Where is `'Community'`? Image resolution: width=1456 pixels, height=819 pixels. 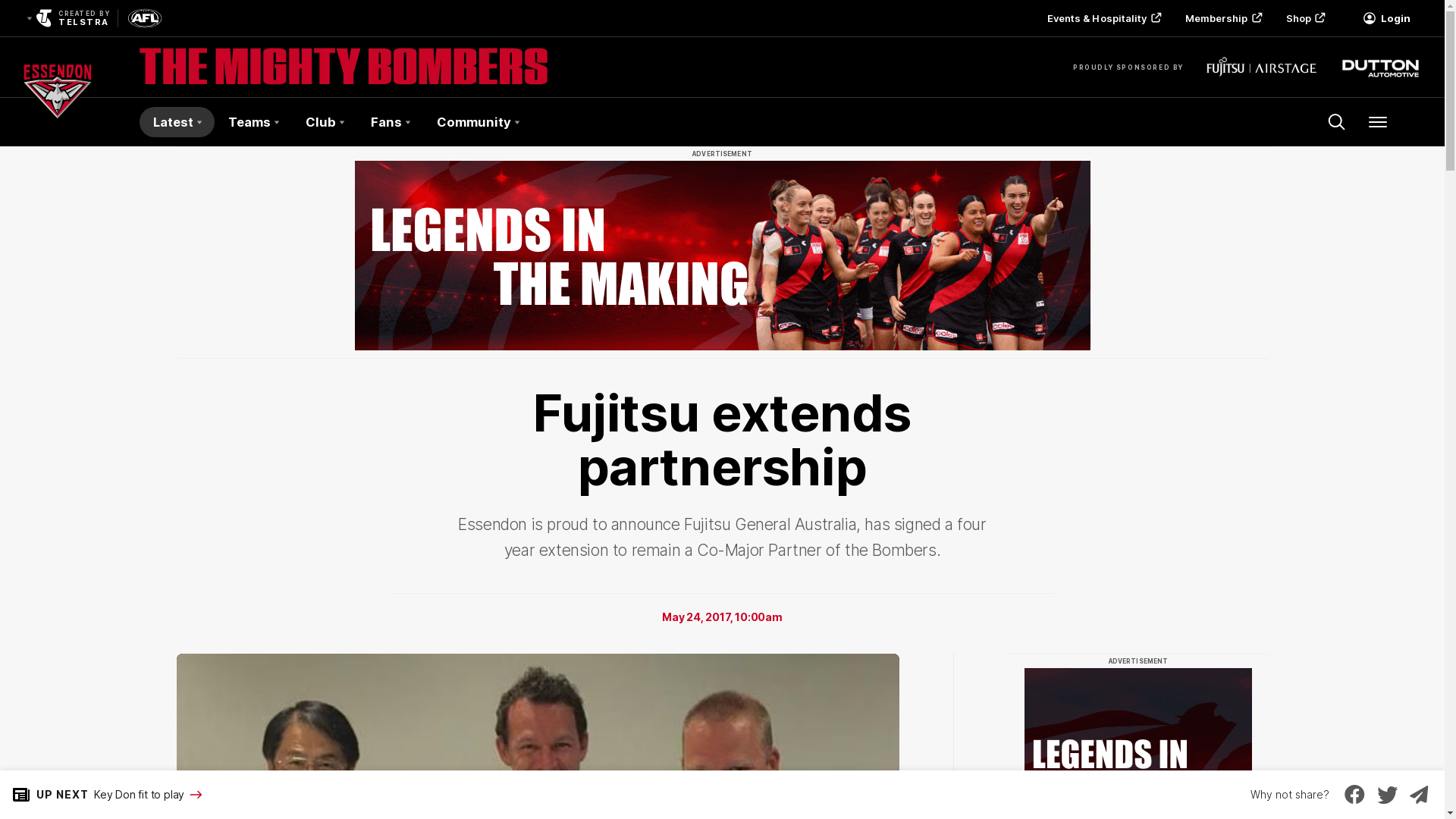
'Community' is located at coordinates (476, 121).